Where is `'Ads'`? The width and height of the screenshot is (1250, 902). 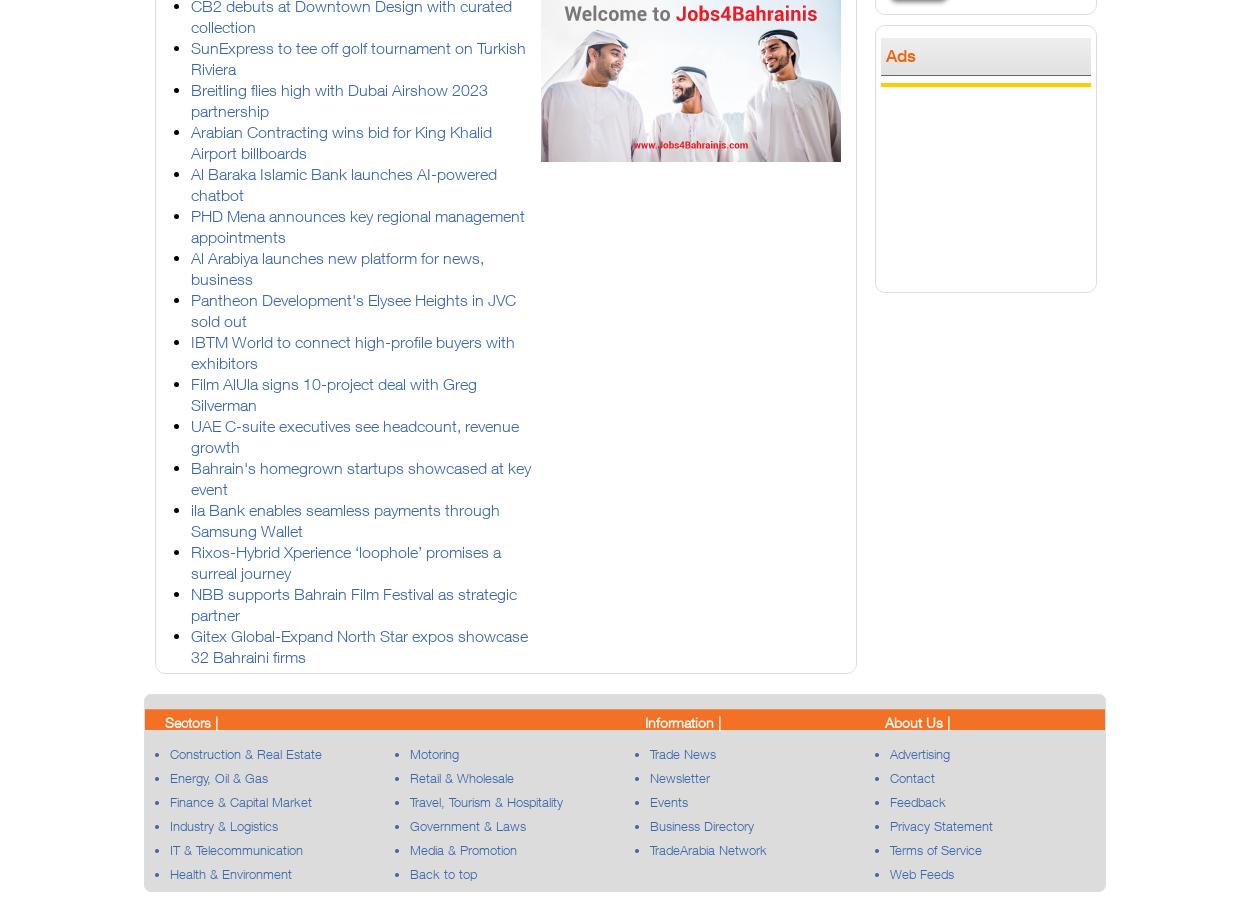
'Ads' is located at coordinates (901, 54).